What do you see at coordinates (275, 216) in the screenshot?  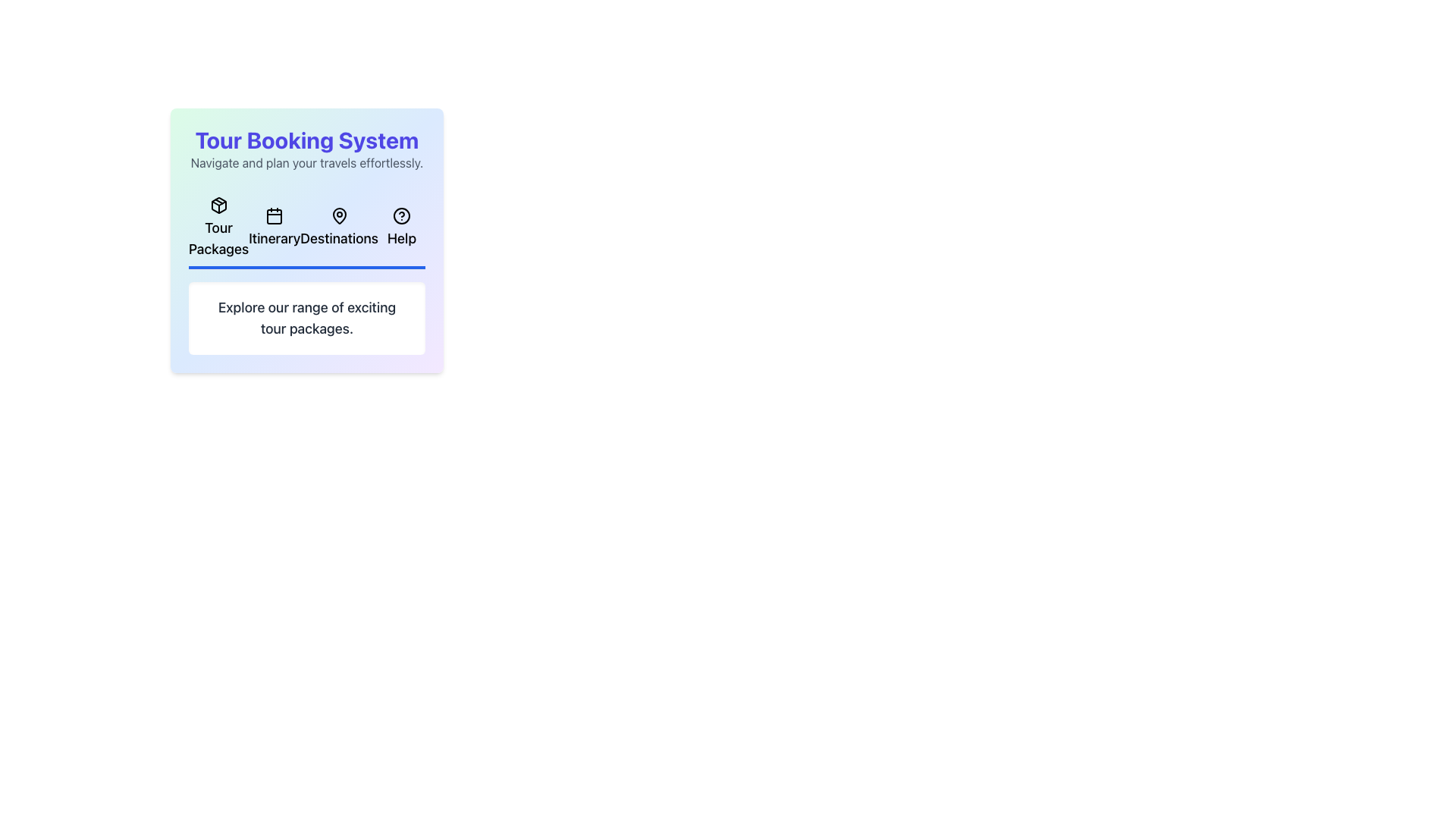 I see `the 'Itinerary' icon, which is the second icon in the row of the 'Tour Booking System' card layout` at bounding box center [275, 216].